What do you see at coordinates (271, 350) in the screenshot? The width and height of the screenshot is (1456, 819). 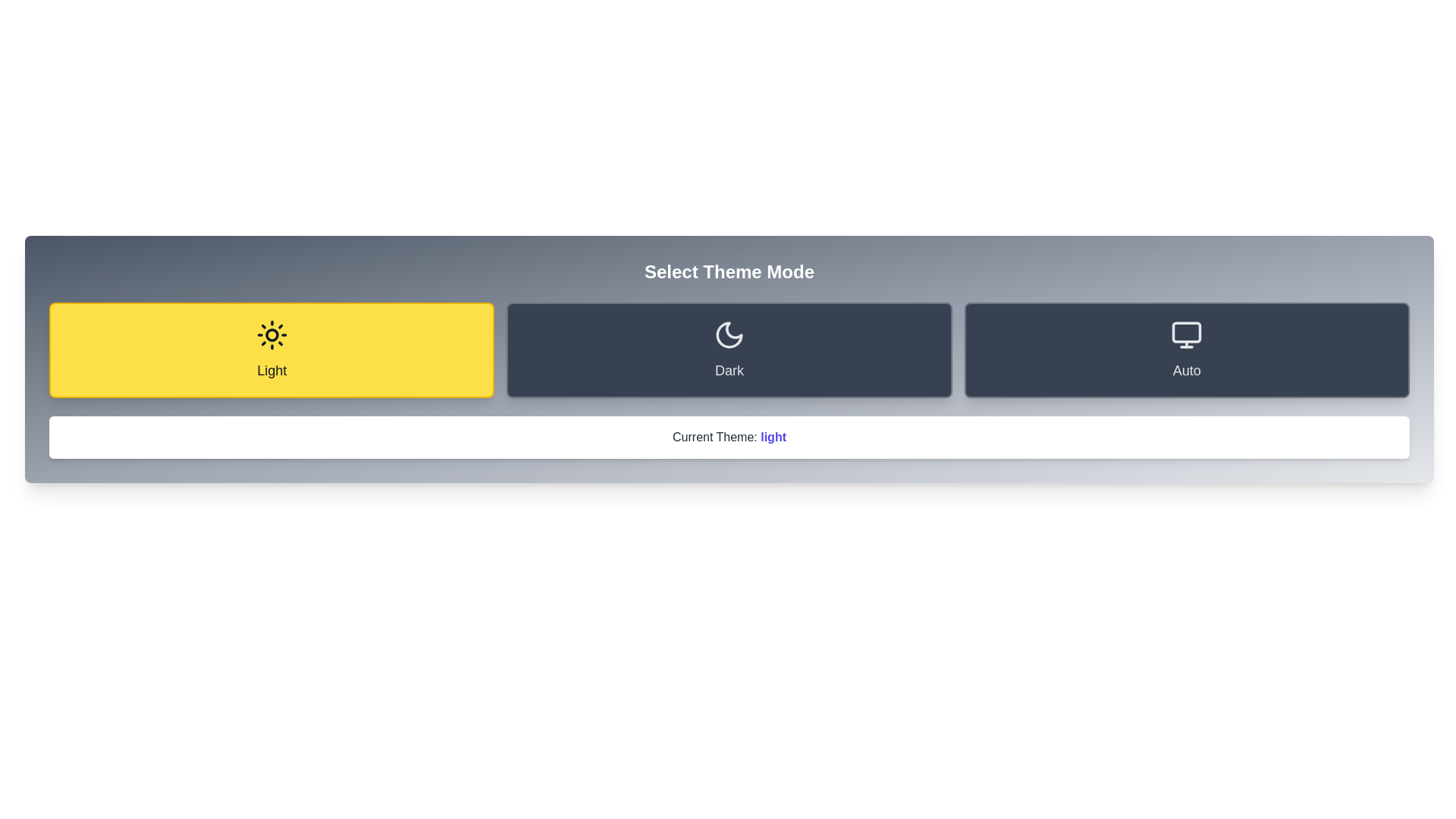 I see `the leftmost button in the theme selection grid to choose the 'Light' theme mode` at bounding box center [271, 350].